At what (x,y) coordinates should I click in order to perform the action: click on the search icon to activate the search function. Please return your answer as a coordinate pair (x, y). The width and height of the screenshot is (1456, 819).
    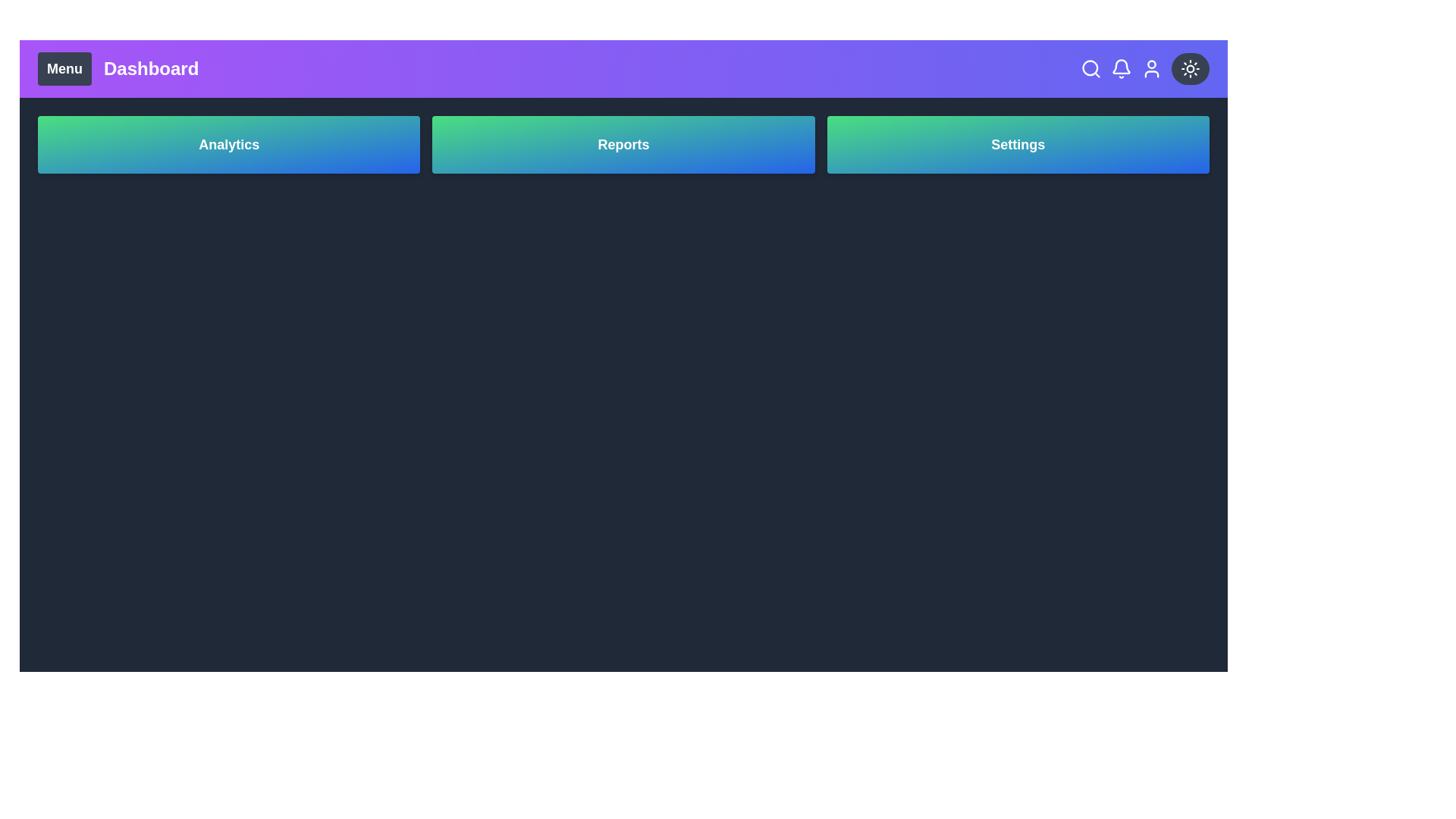
    Looking at the image, I should click on (1090, 69).